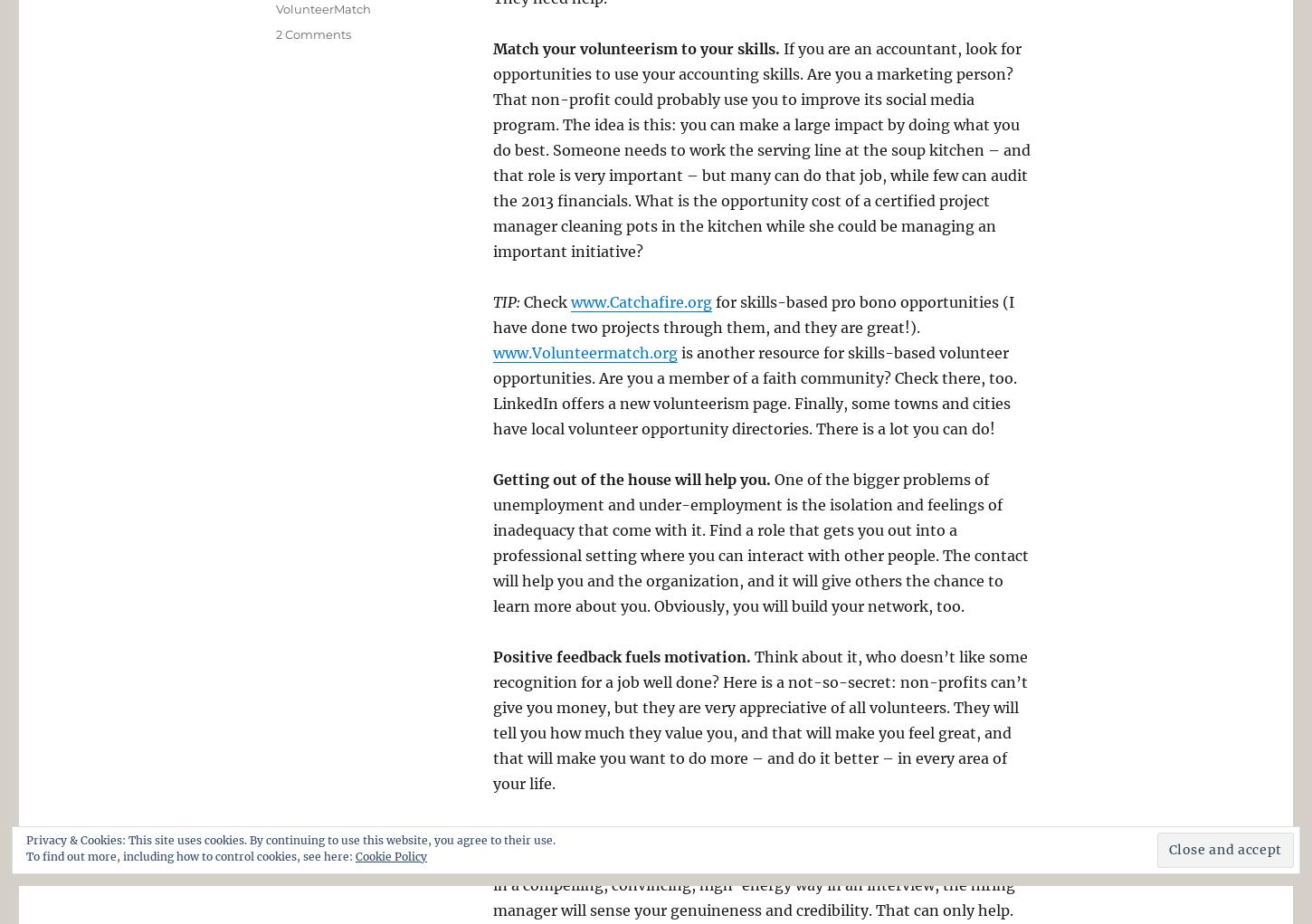 This screenshot has height=924, width=1312. What do you see at coordinates (493, 834) in the screenshot?
I see `'You will have fresh stories.'` at bounding box center [493, 834].